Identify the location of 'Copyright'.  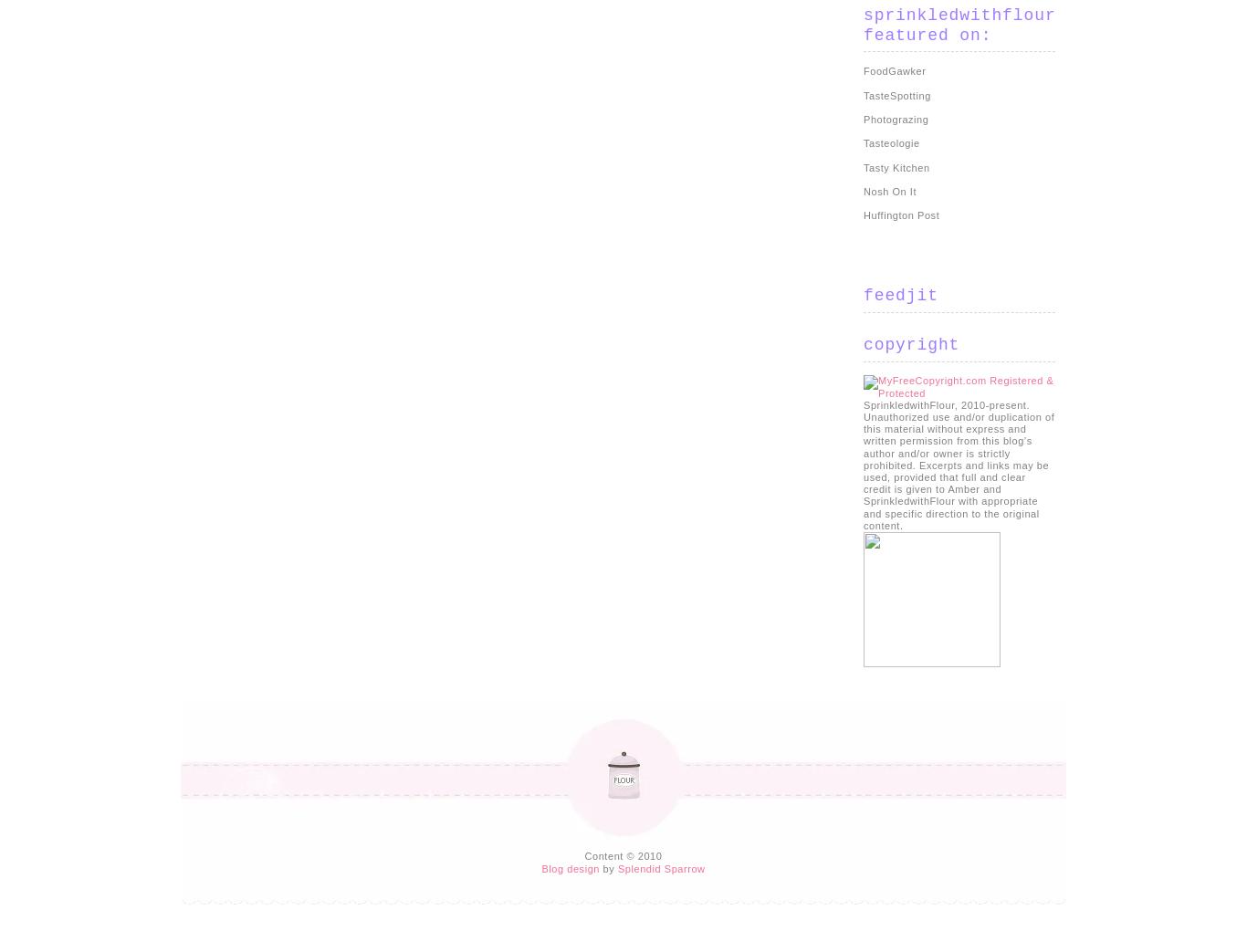
(863, 344).